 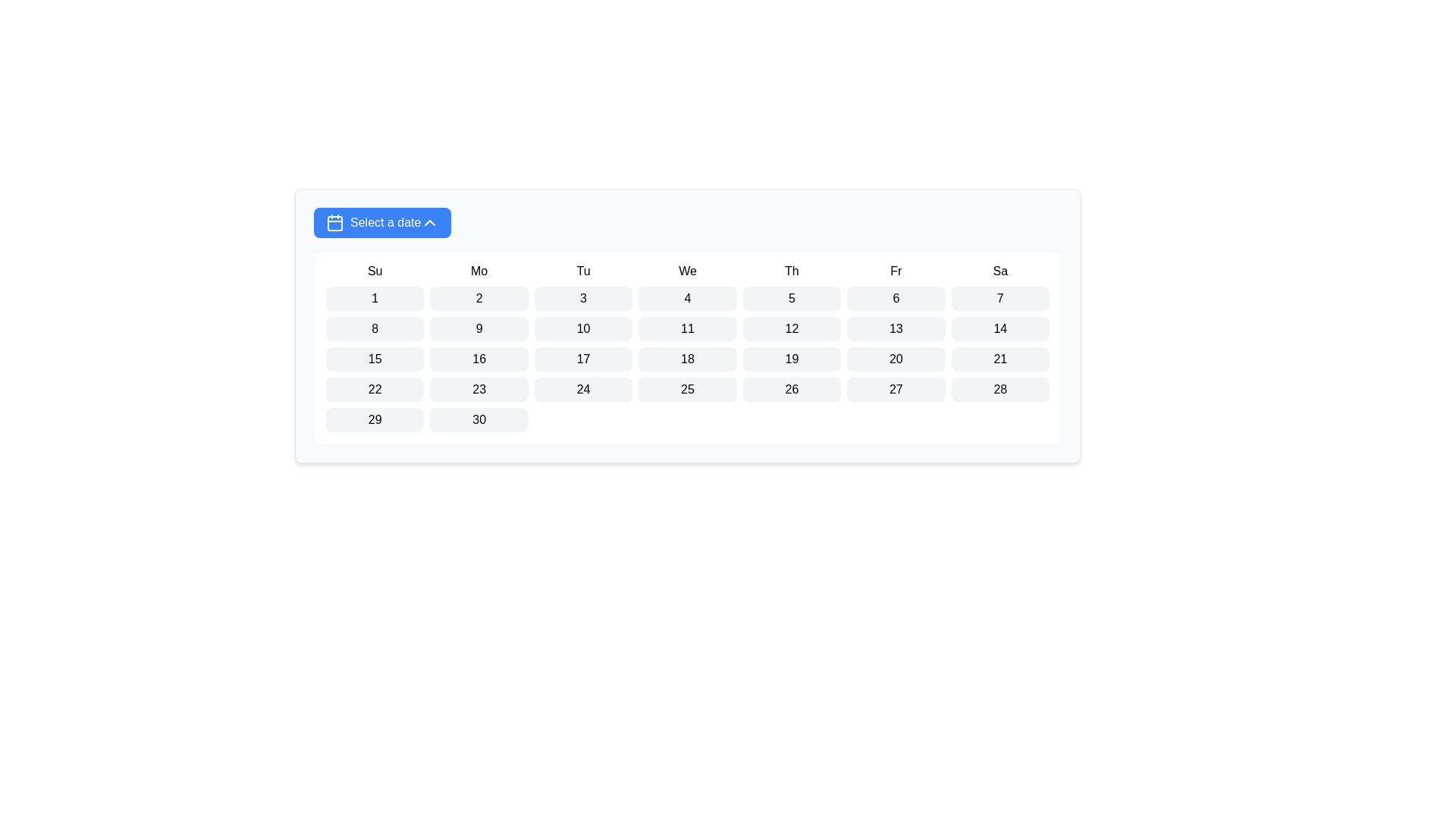 What do you see at coordinates (791, 298) in the screenshot?
I see `the button representing a specific date` at bounding box center [791, 298].